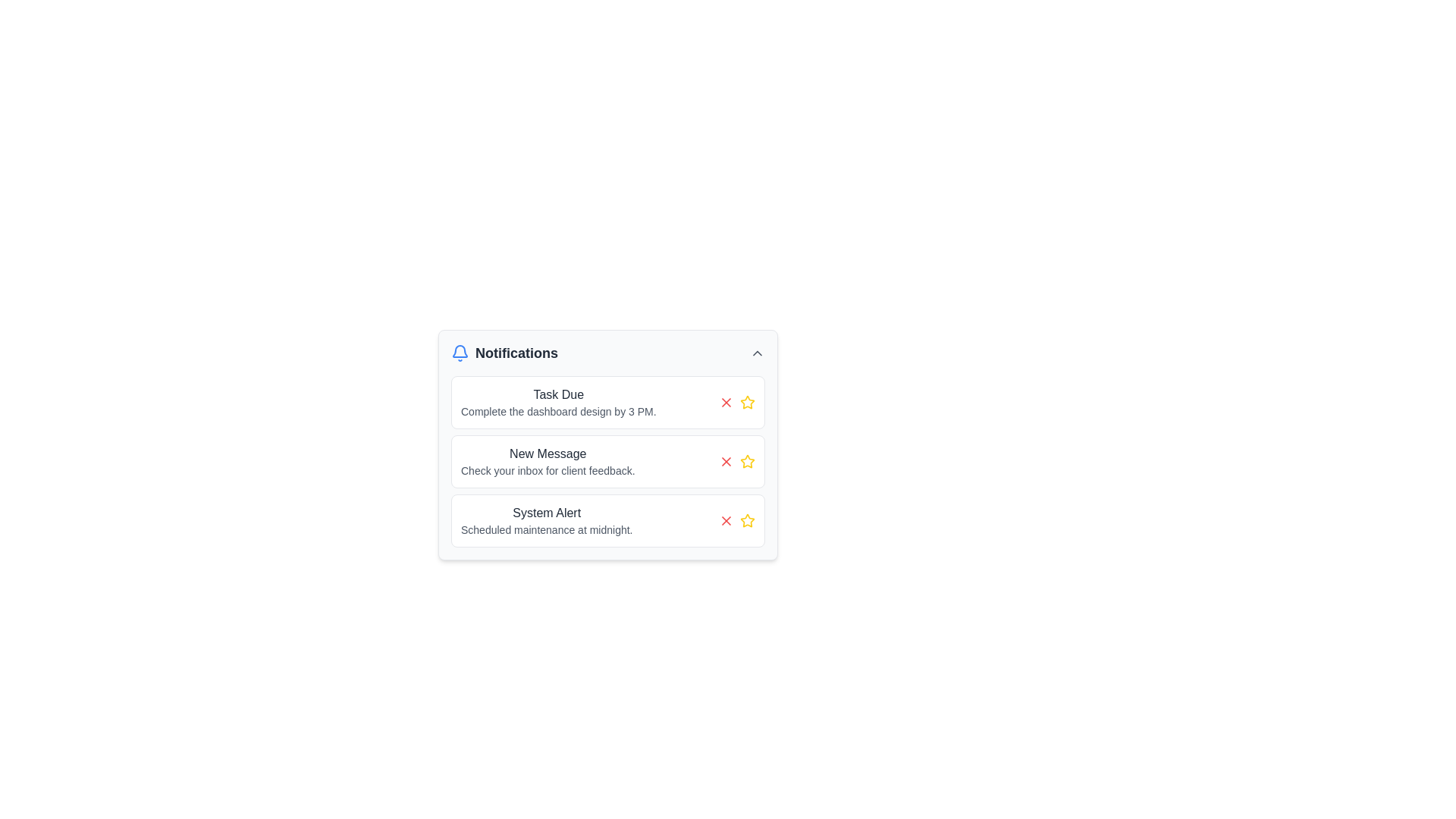  Describe the element at coordinates (747, 519) in the screenshot. I see `the 'favorite' icon located at the far-right of the 'System Alert' notification row` at that location.